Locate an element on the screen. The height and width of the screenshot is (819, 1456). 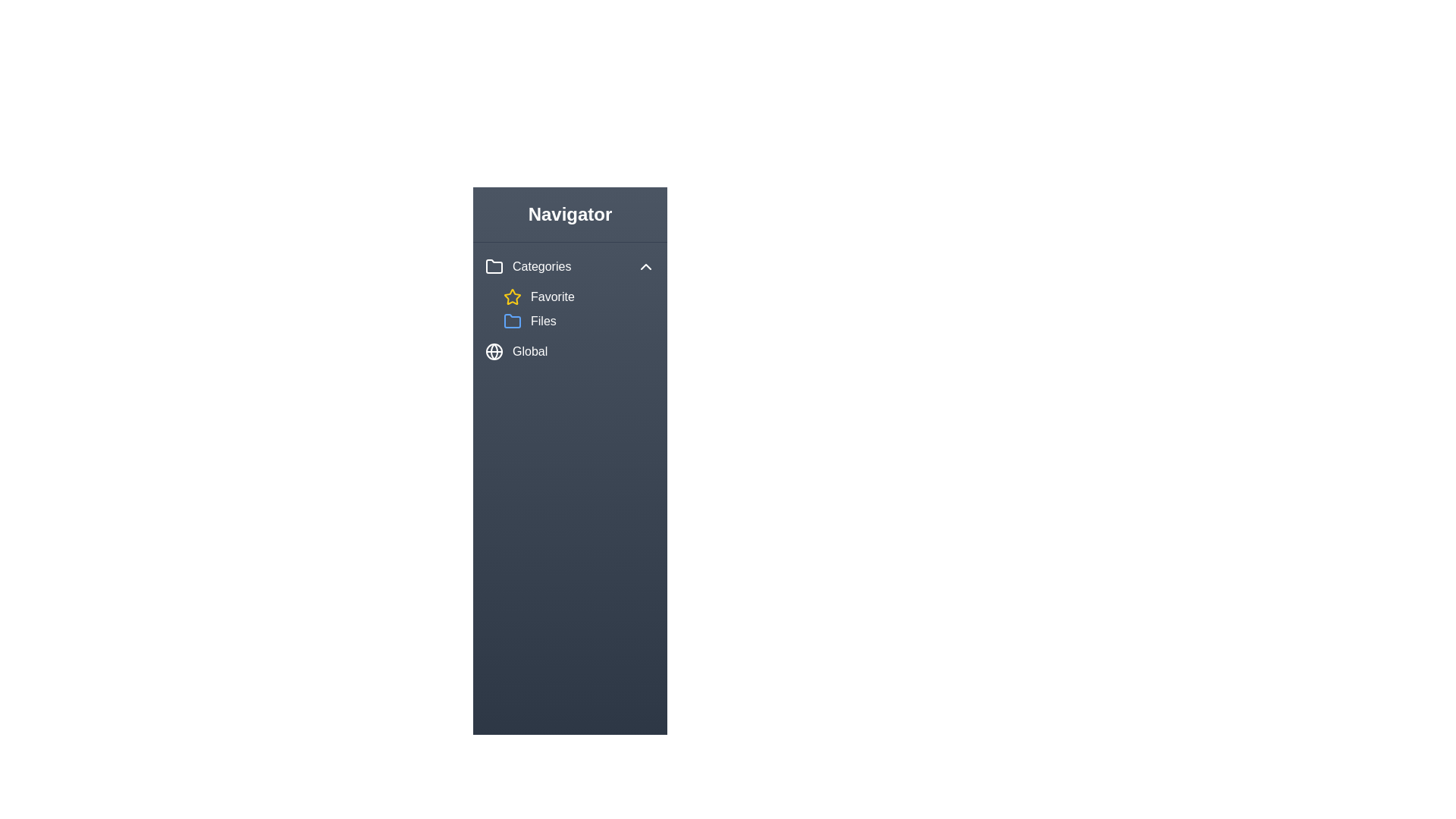
the 'Favorite' item in the 'Categories' section is located at coordinates (578, 297).